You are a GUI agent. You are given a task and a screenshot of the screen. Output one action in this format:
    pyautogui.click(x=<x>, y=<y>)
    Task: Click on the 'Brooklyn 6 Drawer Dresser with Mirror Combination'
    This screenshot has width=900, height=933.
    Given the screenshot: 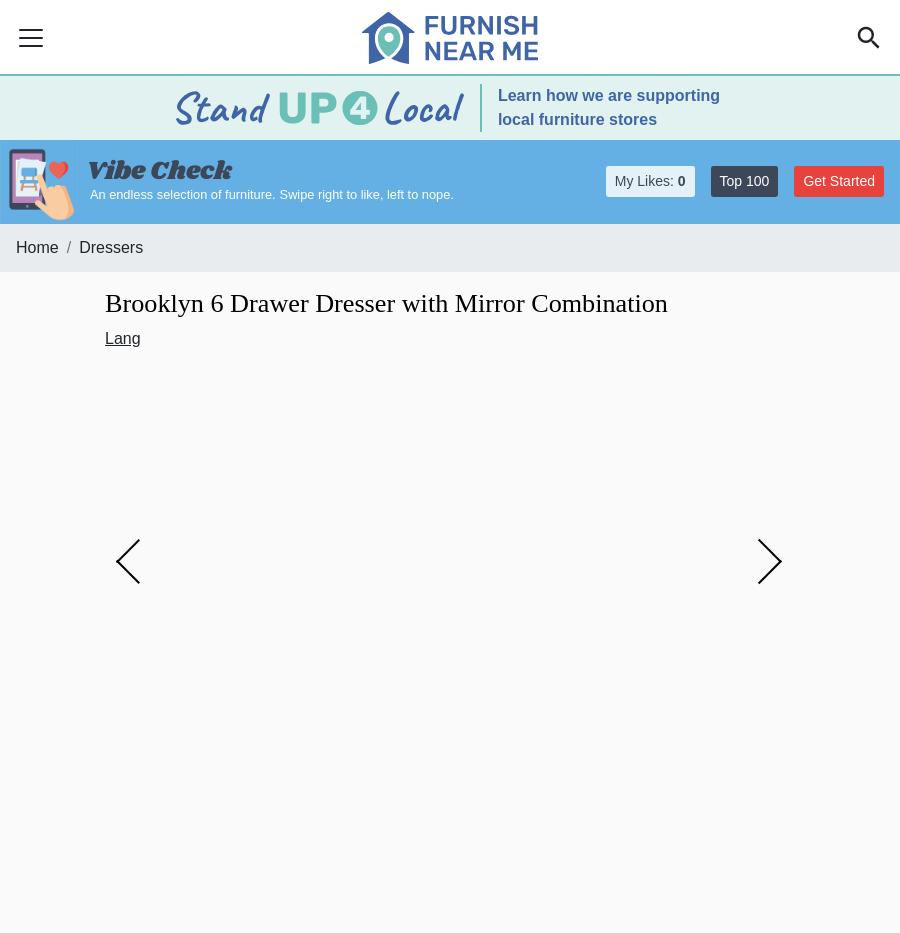 What is the action you would take?
    pyautogui.click(x=104, y=302)
    